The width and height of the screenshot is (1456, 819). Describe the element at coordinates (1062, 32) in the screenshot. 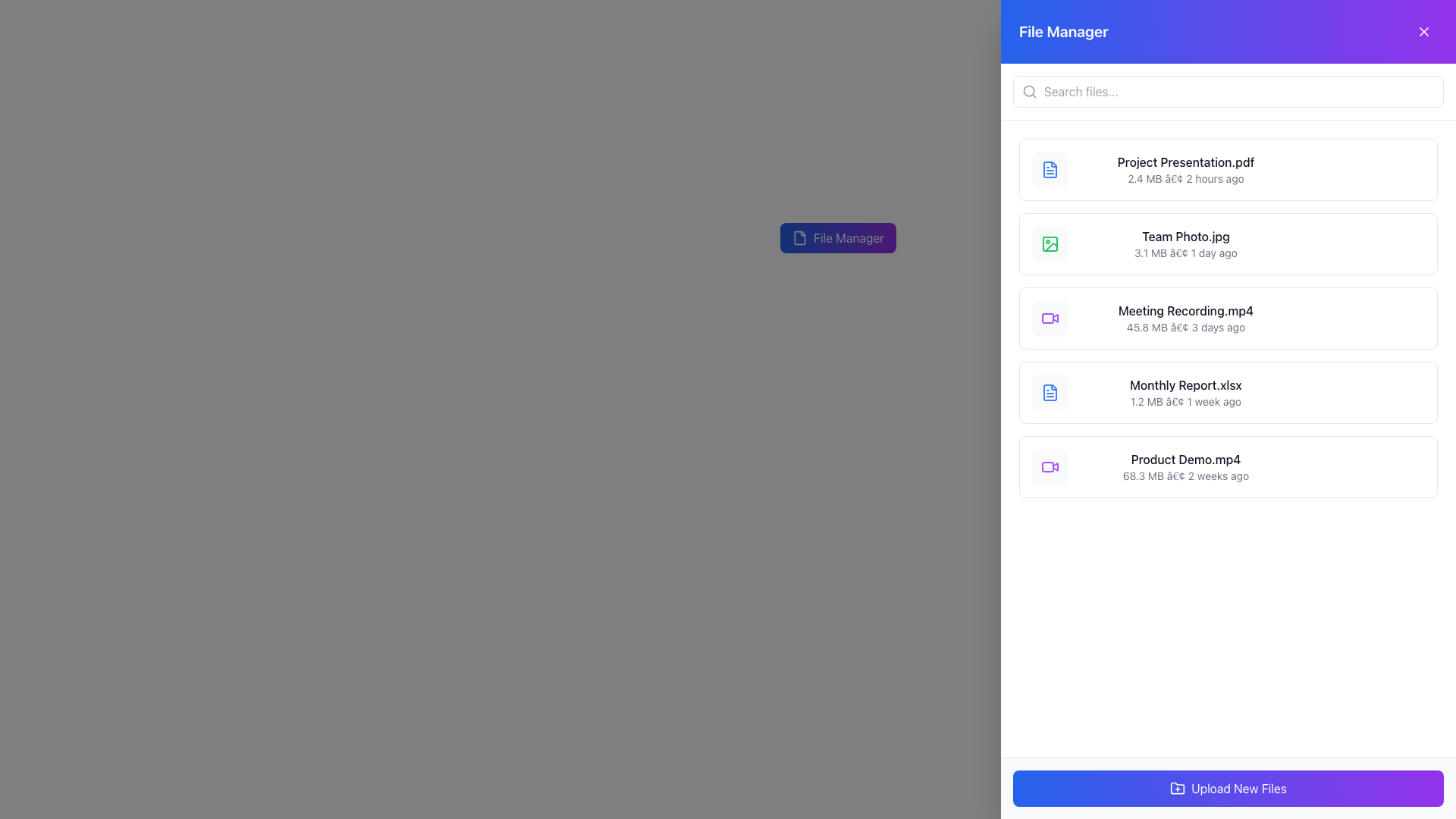

I see `the 'File Manager' title text label, which is located in the upper-left portion of the sidebar and serves as a heading for the section` at that location.